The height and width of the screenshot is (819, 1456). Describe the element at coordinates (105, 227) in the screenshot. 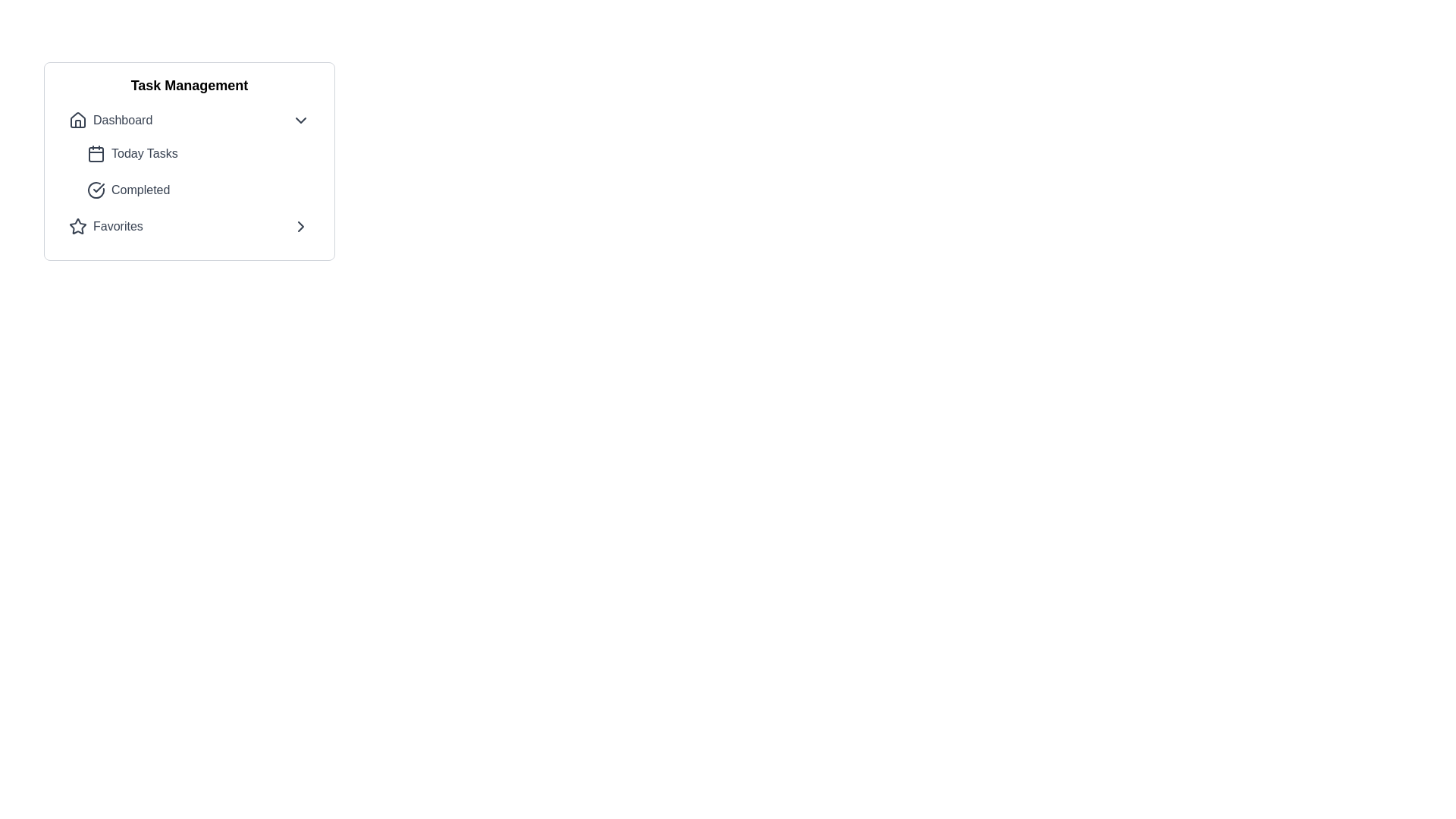

I see `the 'Favorites' navigation menu item, which consists of a star icon followed by the text 'Favorites', positioned as the fourth item under the 'Task Management' section` at that location.